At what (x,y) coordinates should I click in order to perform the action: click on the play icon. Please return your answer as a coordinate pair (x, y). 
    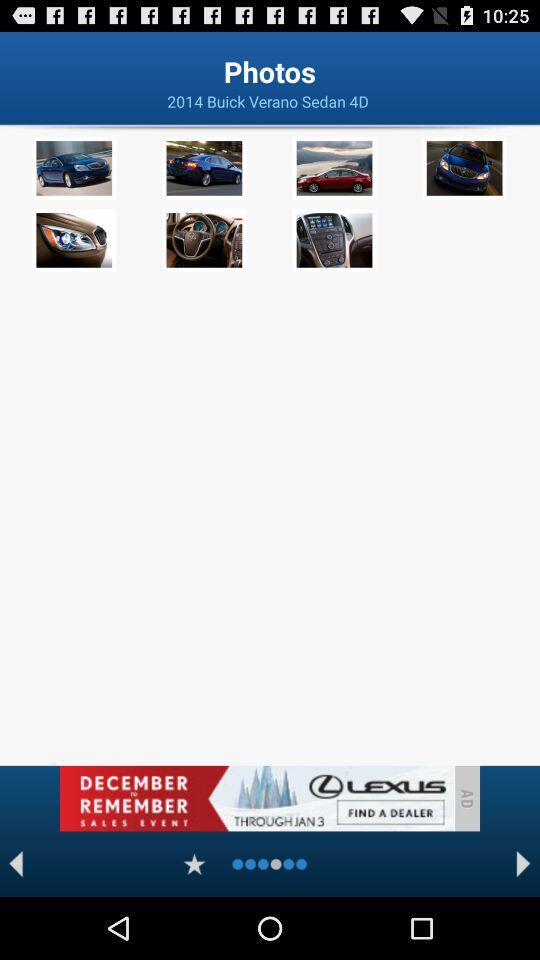
    Looking at the image, I should click on (523, 924).